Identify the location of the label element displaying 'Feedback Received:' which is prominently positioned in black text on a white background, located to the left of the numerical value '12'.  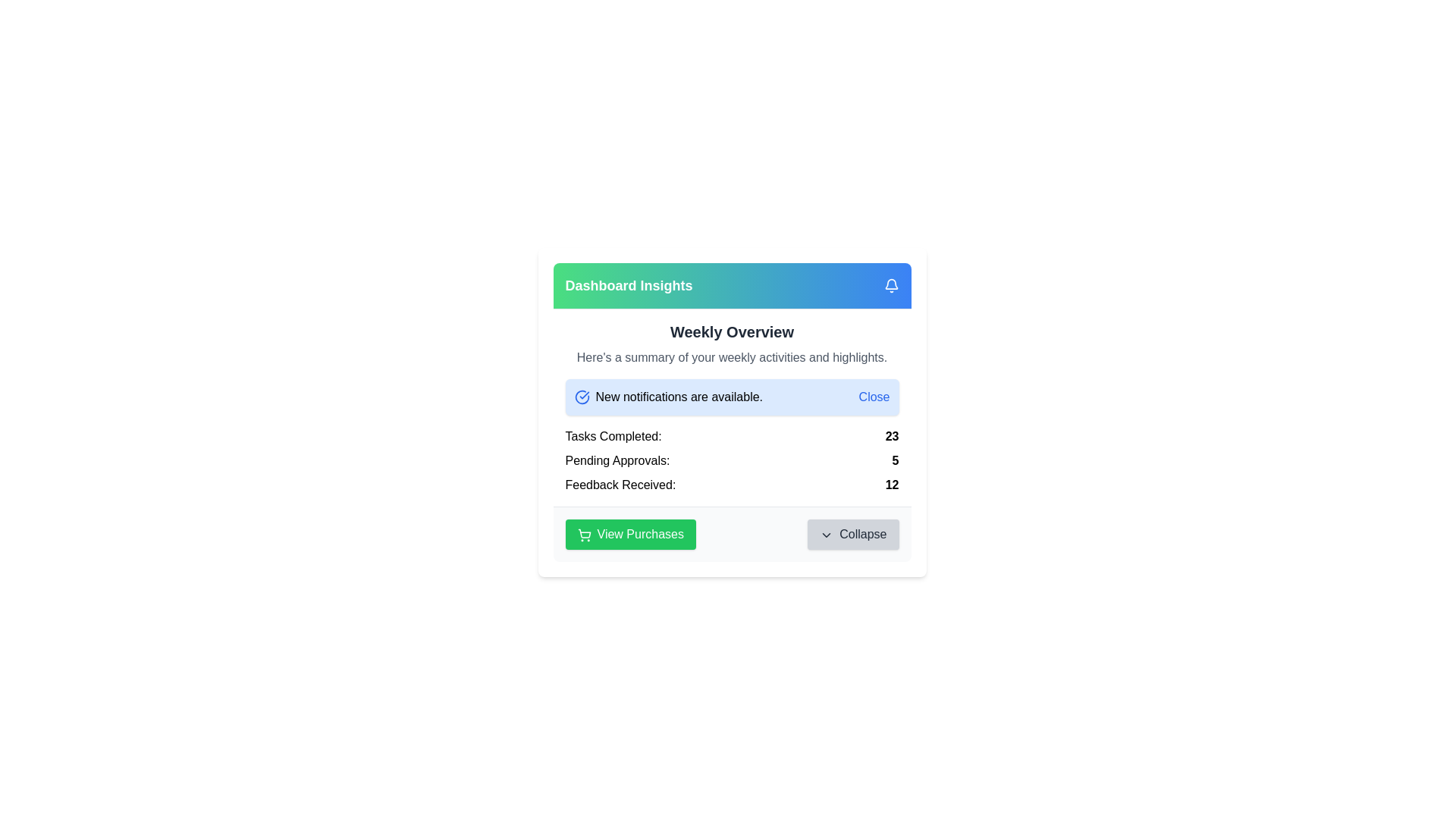
(620, 485).